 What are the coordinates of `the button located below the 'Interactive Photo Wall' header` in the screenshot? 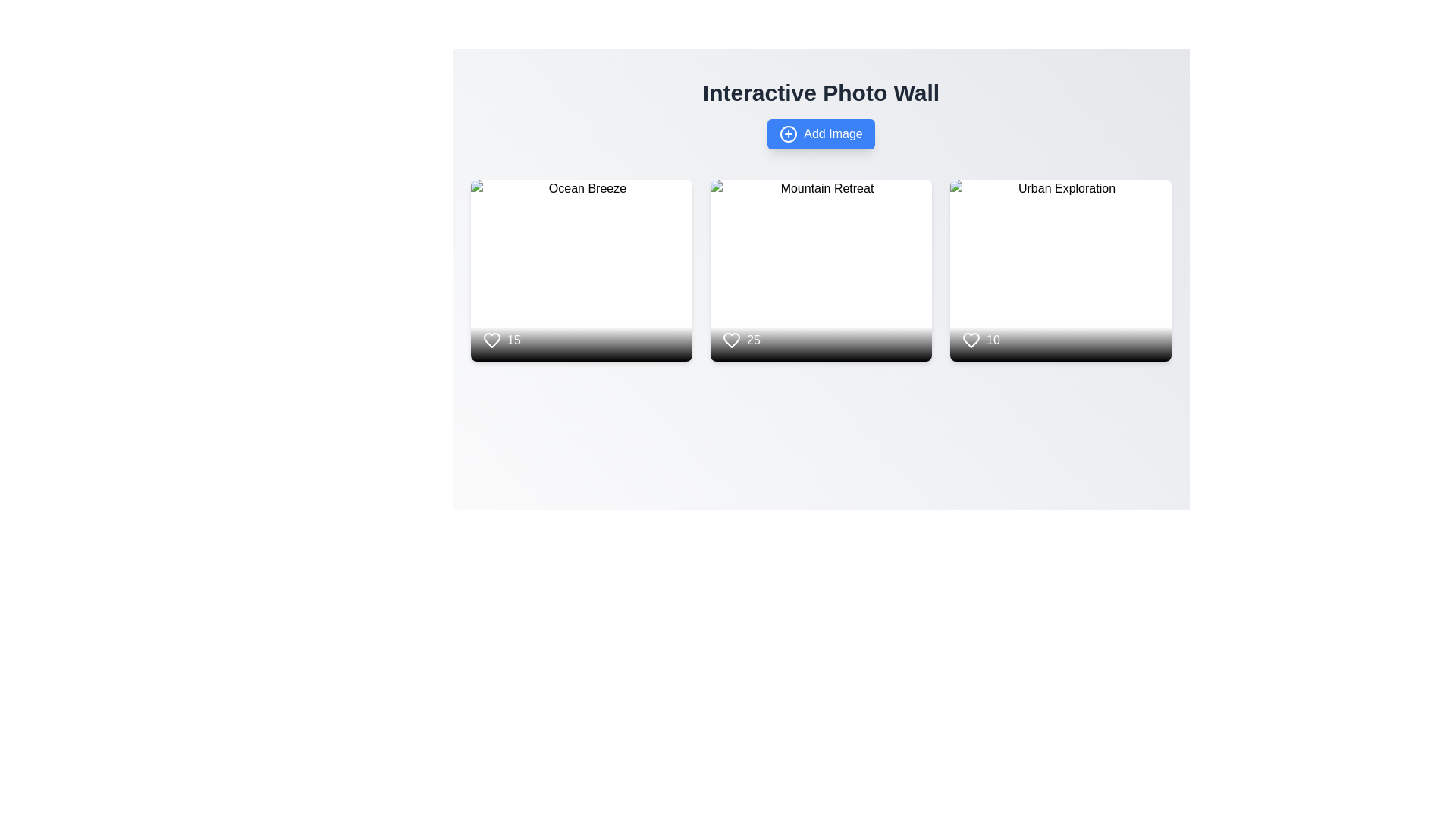 It's located at (821, 133).